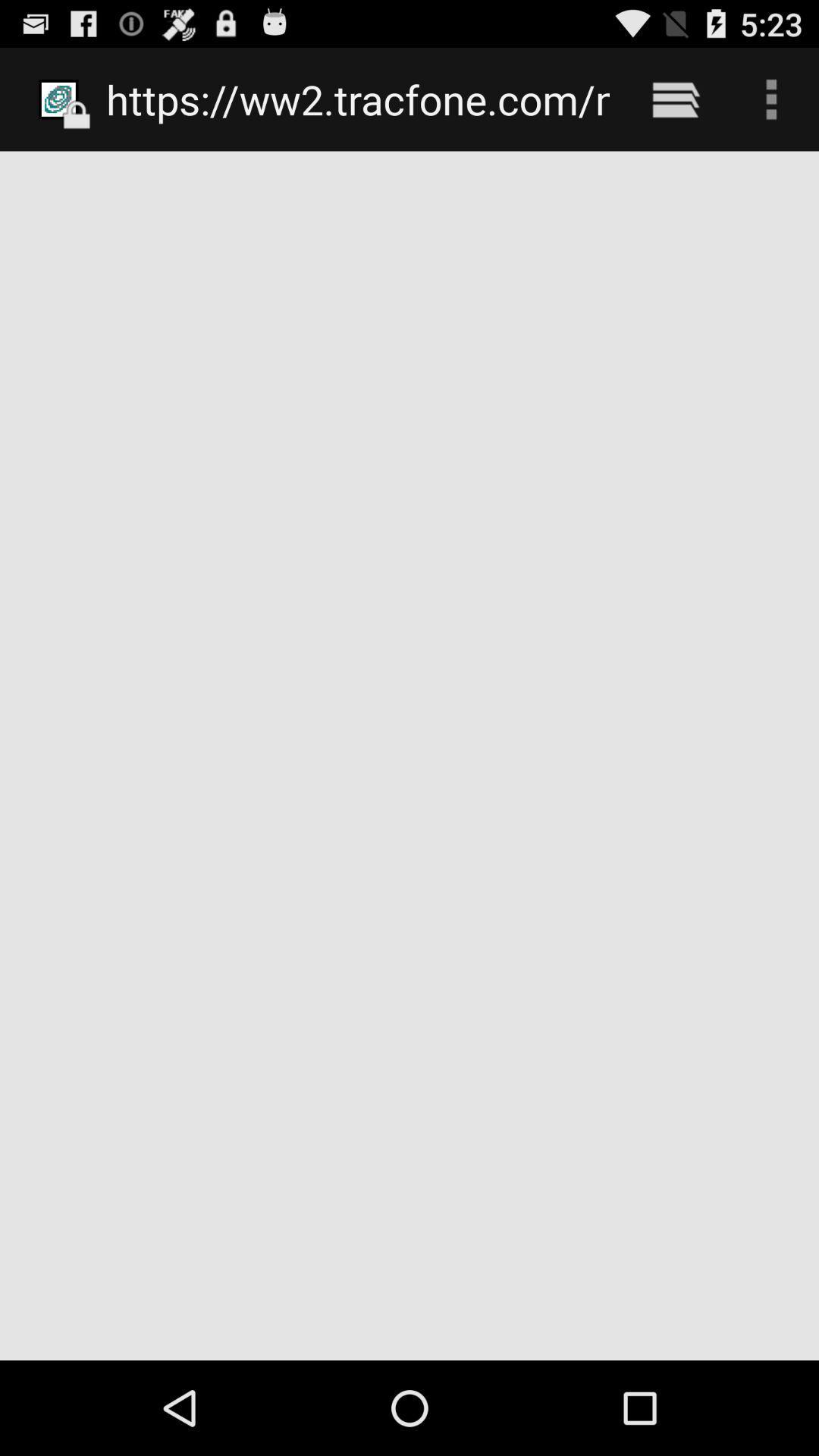  What do you see at coordinates (675, 99) in the screenshot?
I see `the item next to the https ww2 tracfone icon` at bounding box center [675, 99].